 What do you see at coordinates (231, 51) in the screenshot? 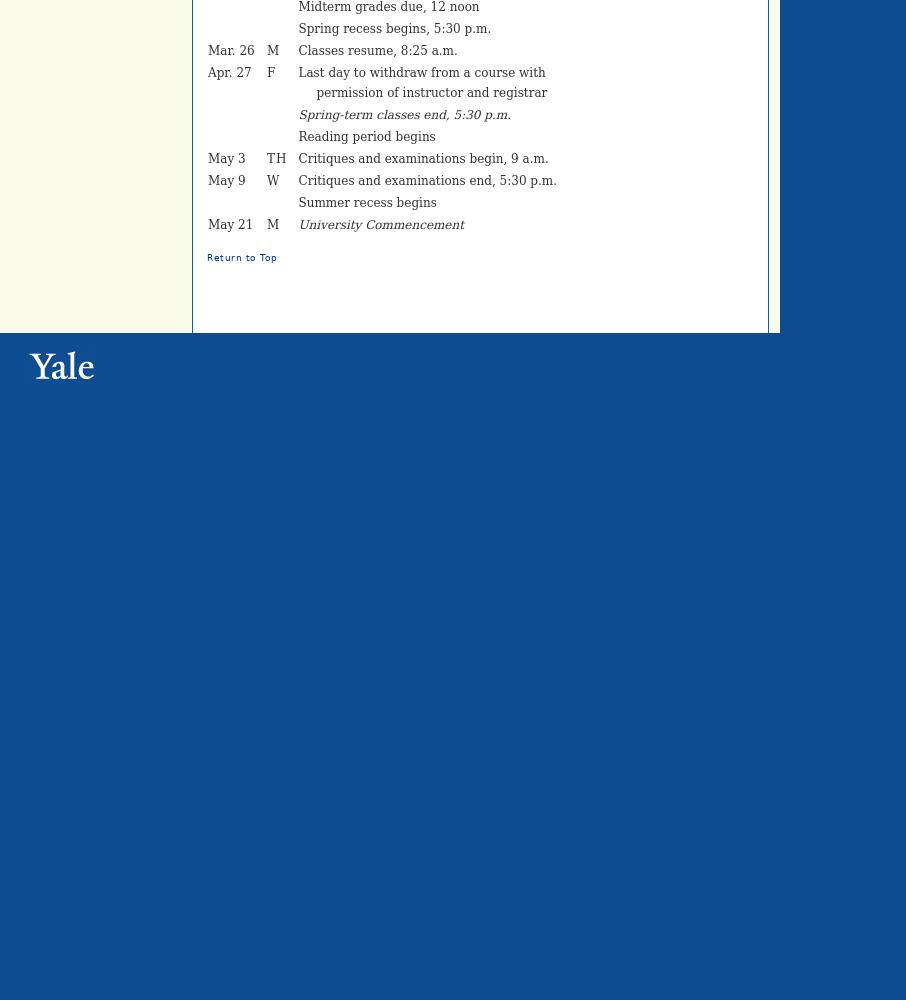
I see `'Mar. 26'` at bounding box center [231, 51].